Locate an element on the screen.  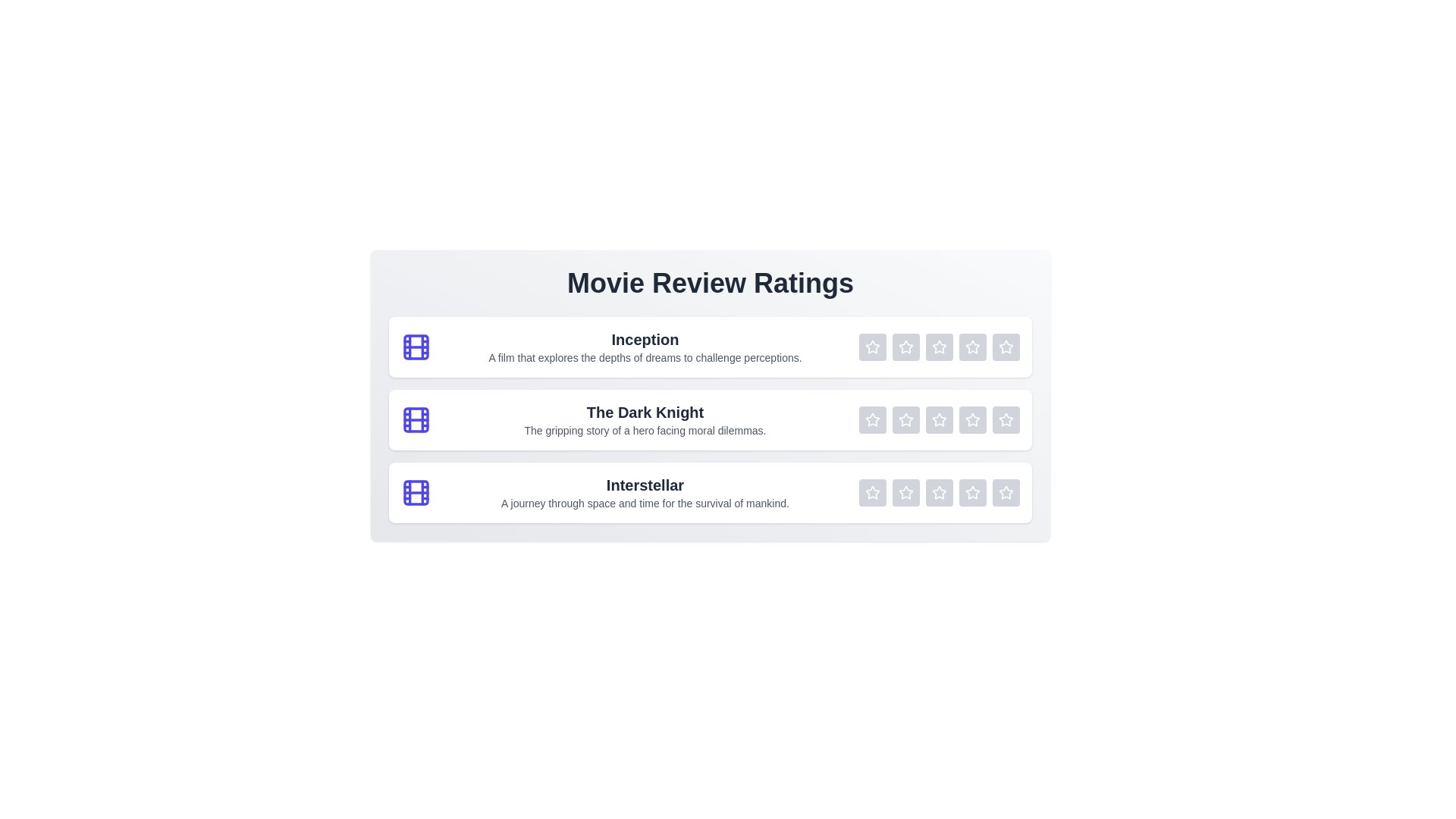
the rating of a movie to 3 stars by clicking the corresponding star is located at coordinates (938, 347).